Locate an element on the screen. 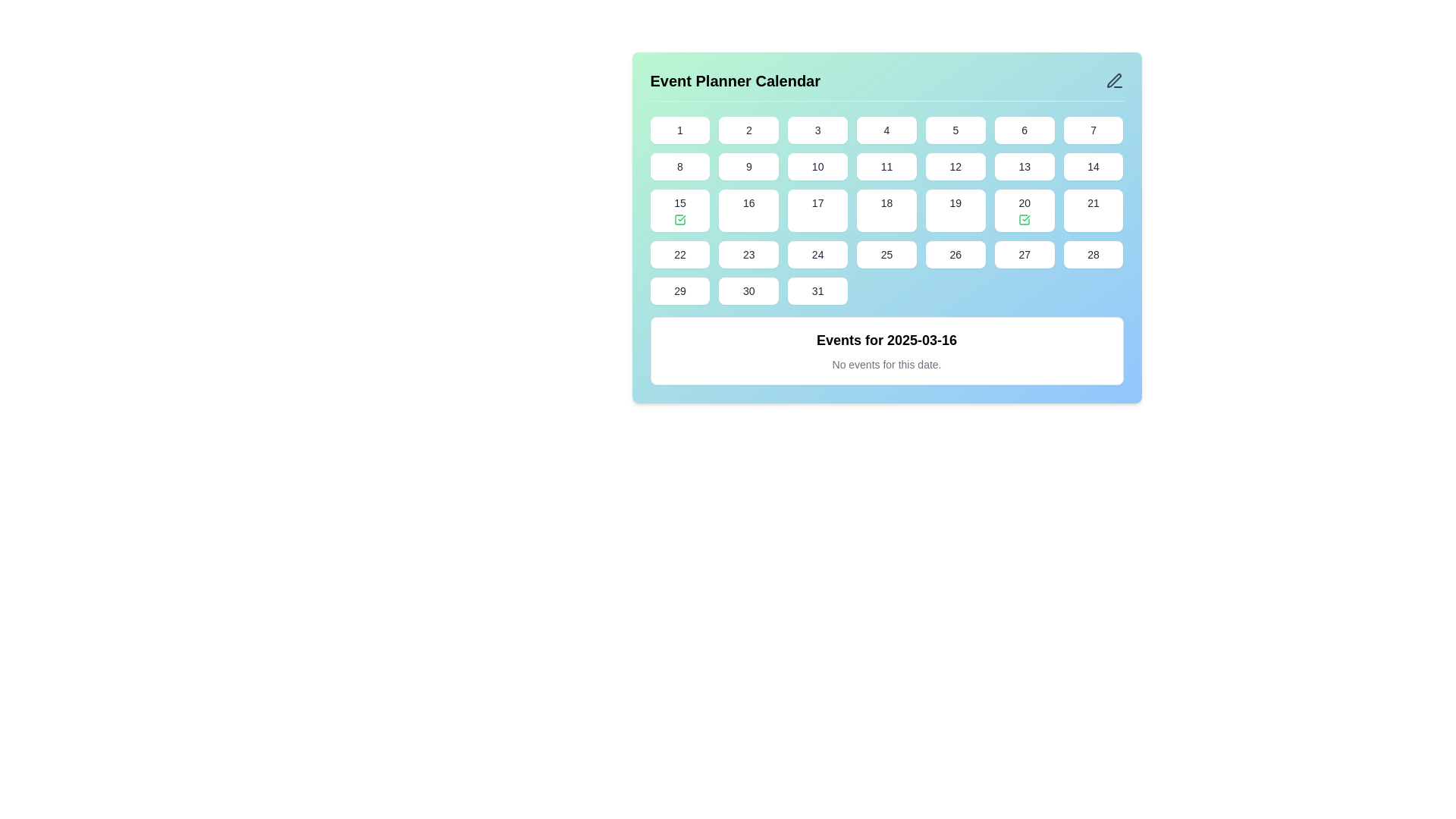 Image resolution: width=1456 pixels, height=819 pixels. the date selection button labeled '17' in the third row and third column of the Event Planner Calendar interface is located at coordinates (817, 210).